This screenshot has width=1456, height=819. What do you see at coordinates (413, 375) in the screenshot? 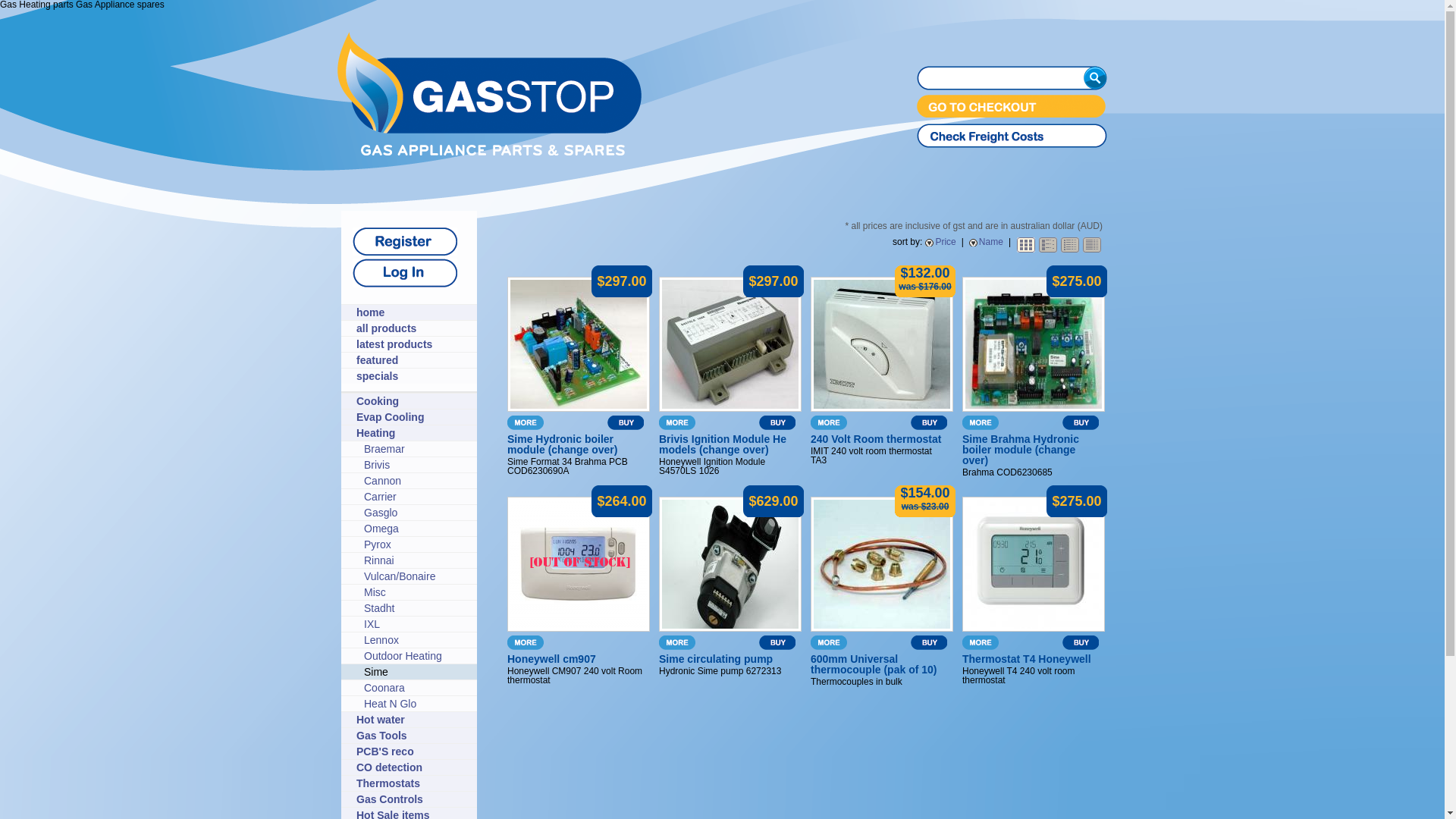
I see `'specials'` at bounding box center [413, 375].